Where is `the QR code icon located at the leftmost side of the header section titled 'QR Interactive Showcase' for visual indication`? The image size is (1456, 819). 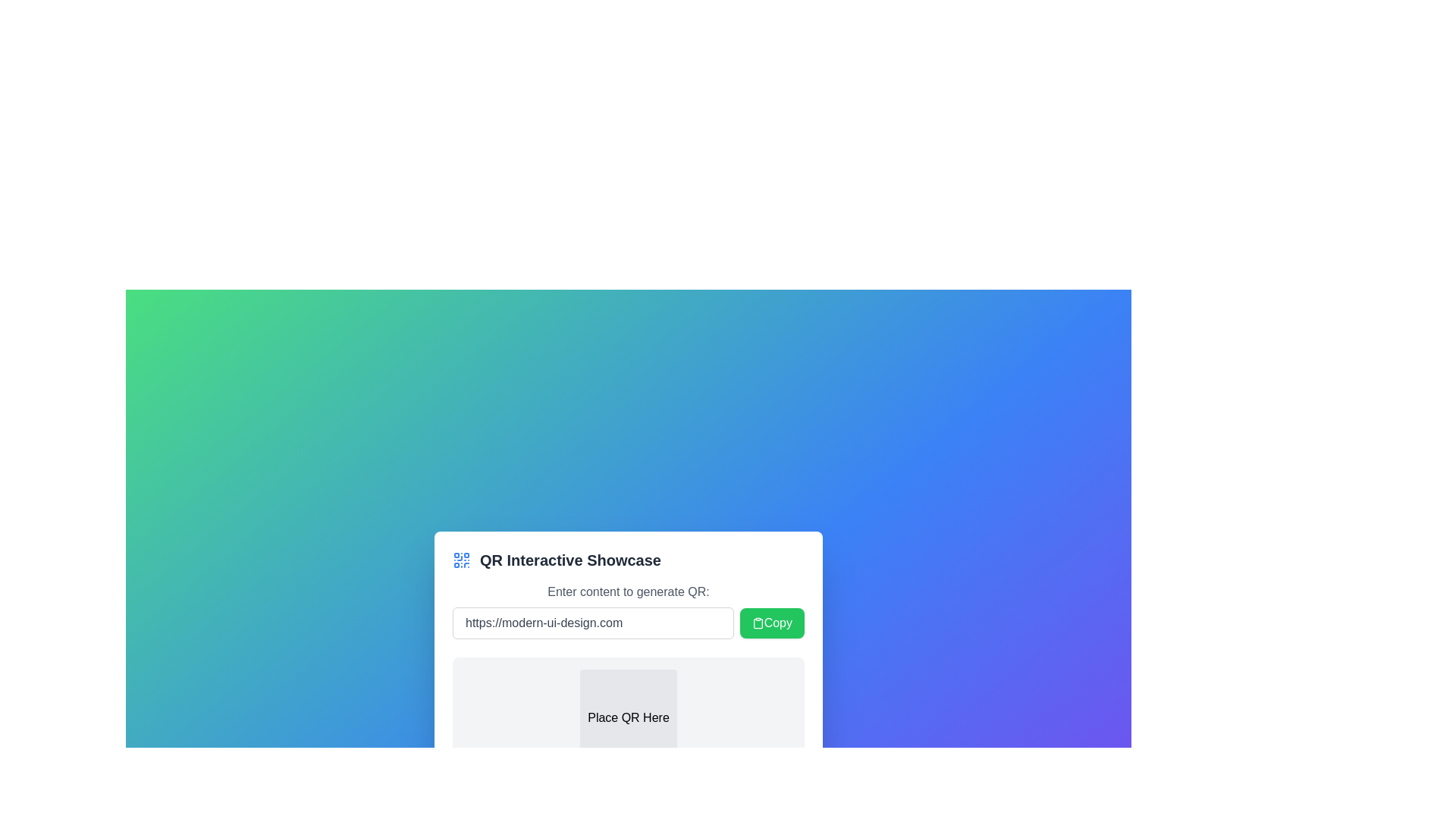
the QR code icon located at the leftmost side of the header section titled 'QR Interactive Showcase' for visual indication is located at coordinates (461, 560).